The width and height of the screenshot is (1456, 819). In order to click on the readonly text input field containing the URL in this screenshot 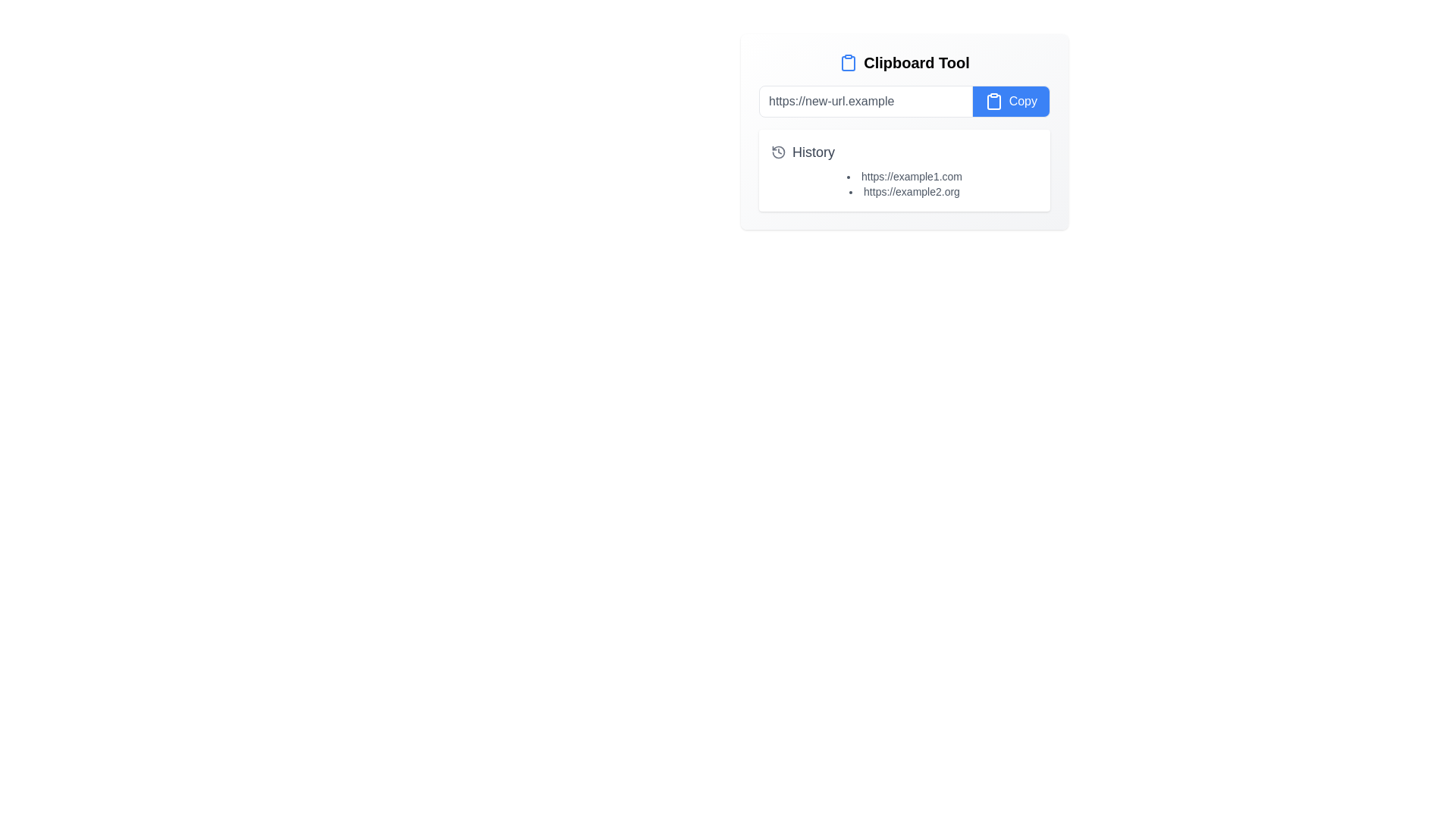, I will do `click(865, 102)`.